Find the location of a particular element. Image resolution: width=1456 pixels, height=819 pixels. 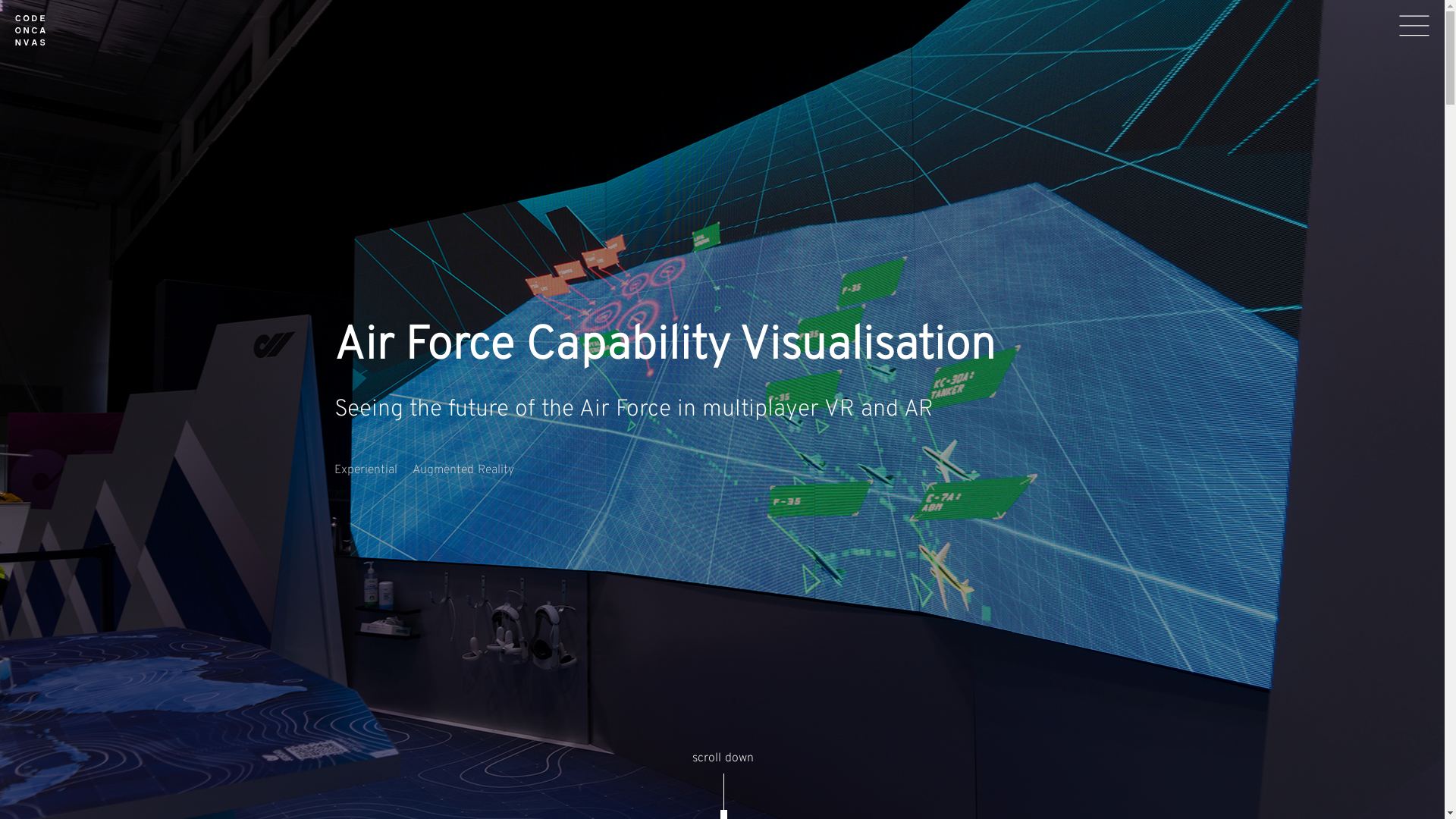

'Experiential' is located at coordinates (365, 469).